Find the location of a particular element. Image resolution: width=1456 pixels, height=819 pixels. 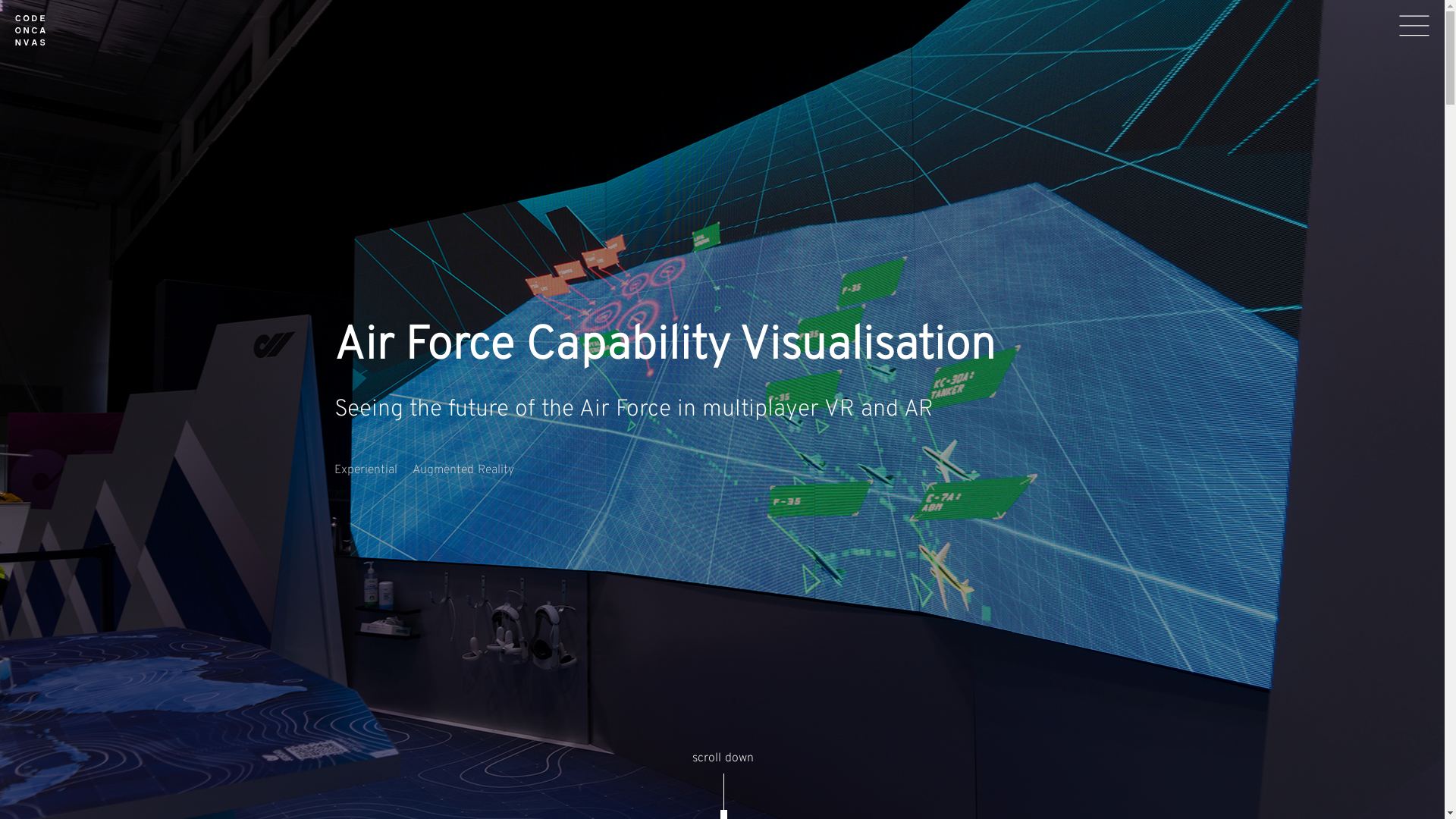

'Experiential' is located at coordinates (365, 469).